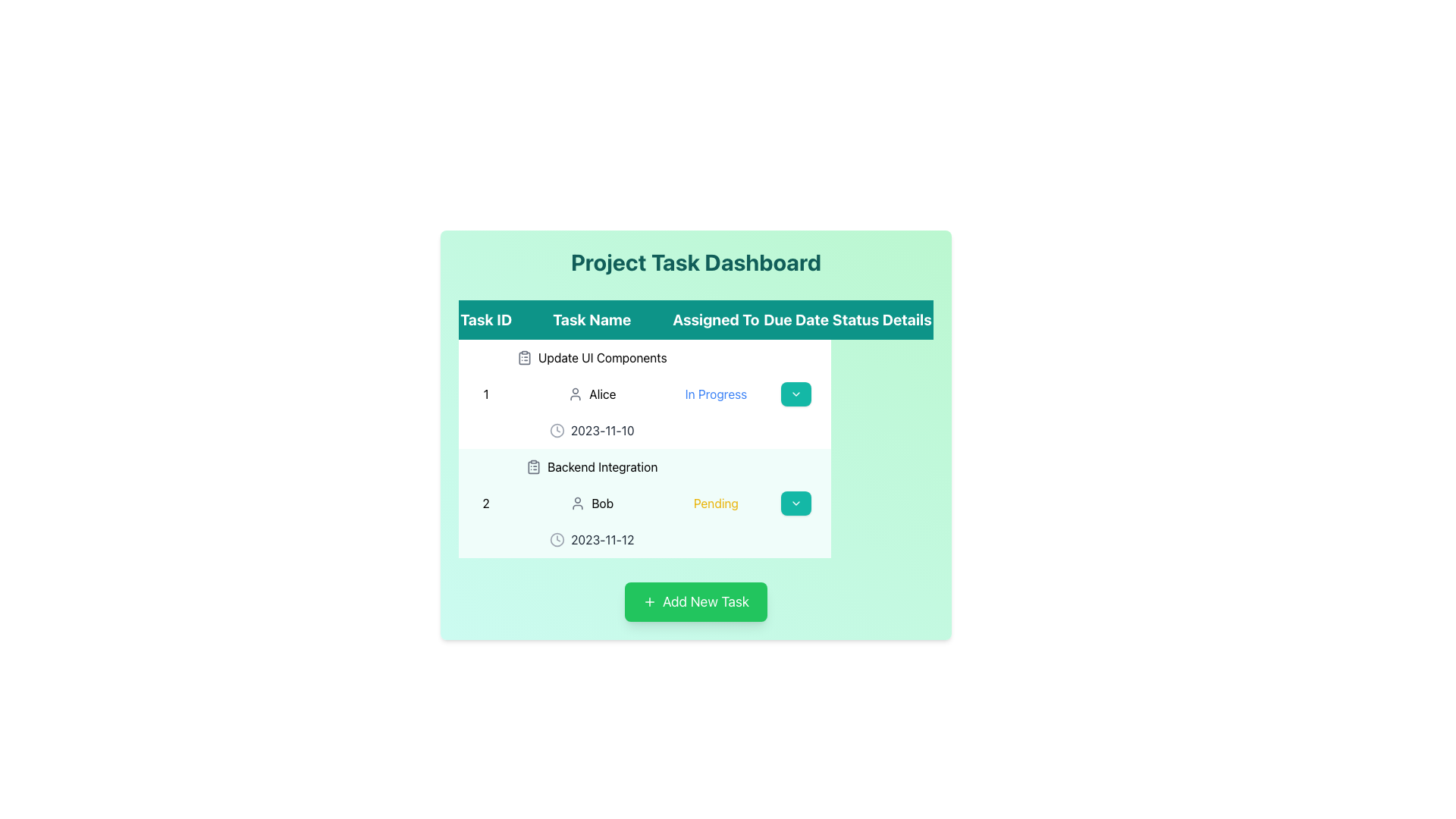  Describe the element at coordinates (486, 318) in the screenshot. I see `the 'Task ID' static text label displayed in white on a teal background, located at the leftmost side of the header row in a task management system` at that location.